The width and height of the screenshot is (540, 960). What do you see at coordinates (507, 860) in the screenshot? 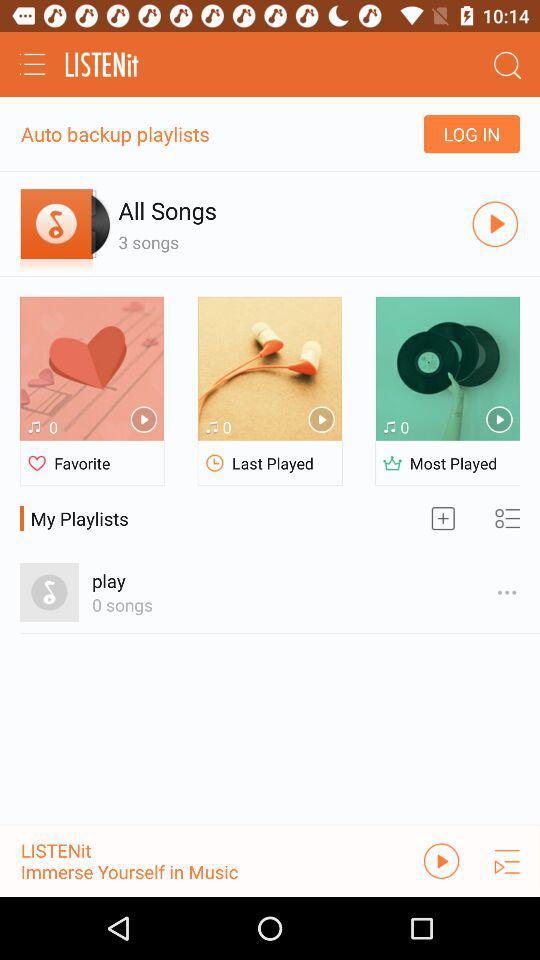
I see `the playlist icon in the bottom right` at bounding box center [507, 860].